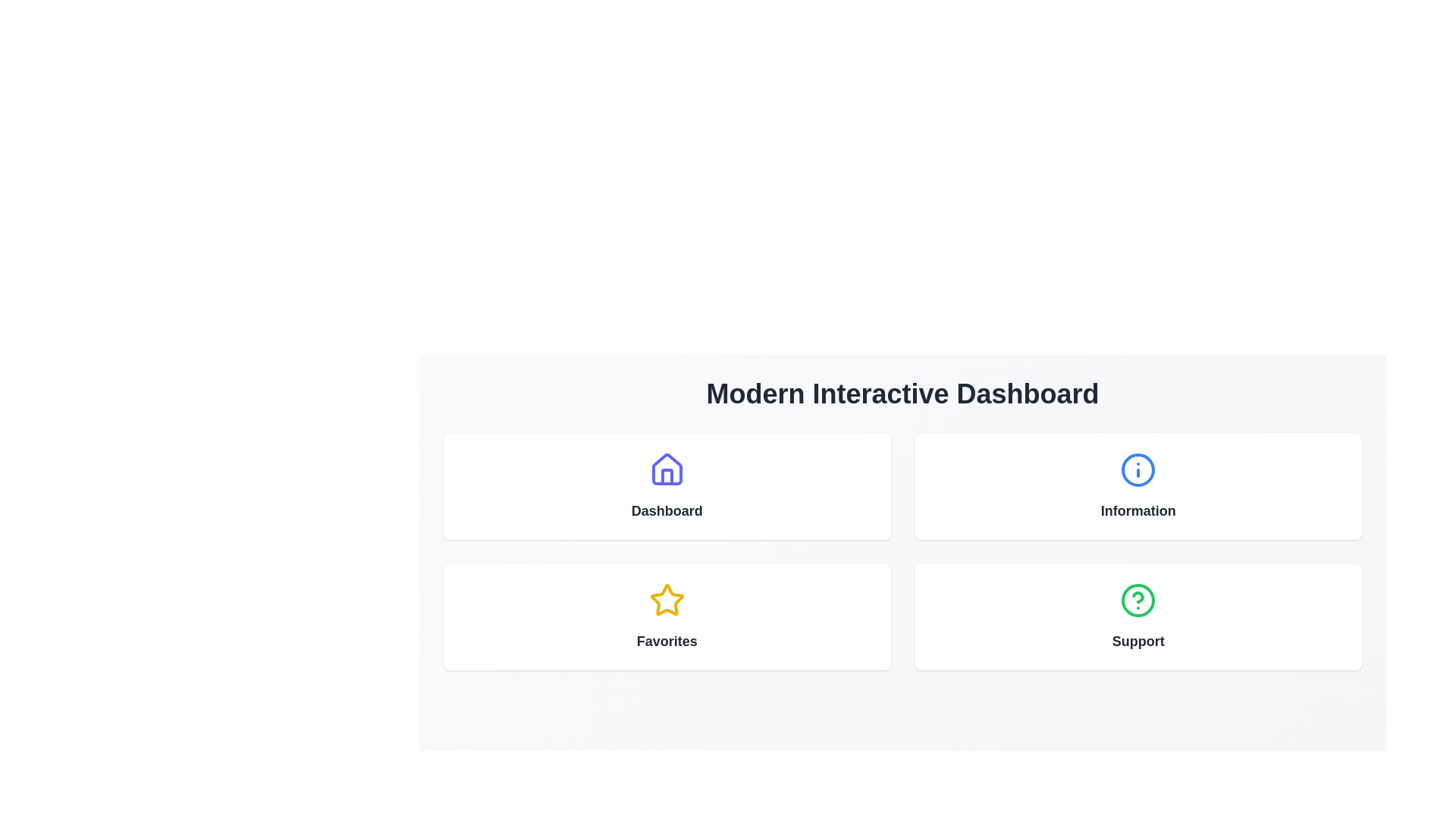 The image size is (1456, 819). I want to click on the circular icon with a green outline and a question mark inside, located above the text 'Support' in the bottom-right card among the four grid items, so click(1138, 599).